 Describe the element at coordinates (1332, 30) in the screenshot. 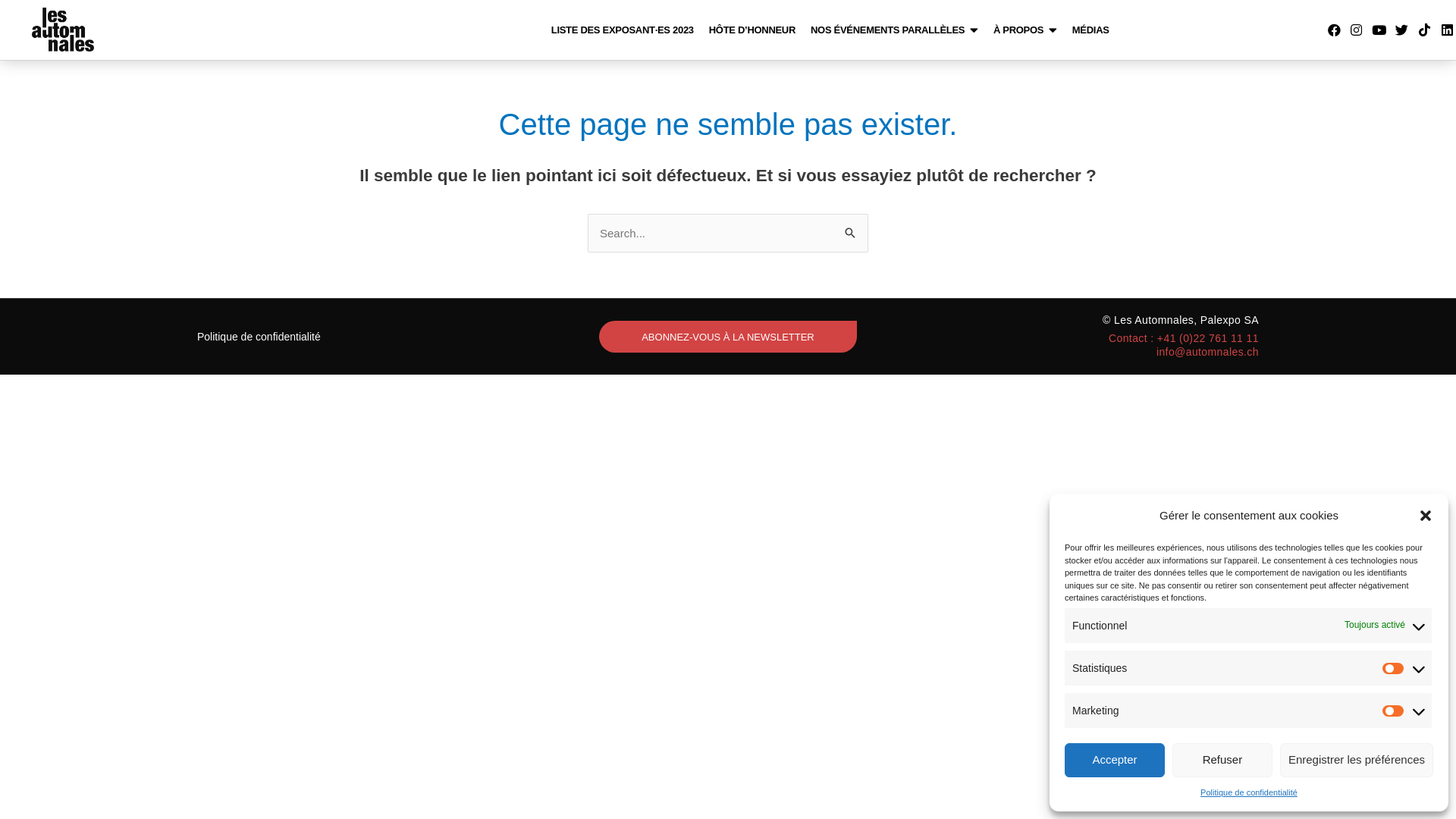

I see `'Facebook'` at that location.